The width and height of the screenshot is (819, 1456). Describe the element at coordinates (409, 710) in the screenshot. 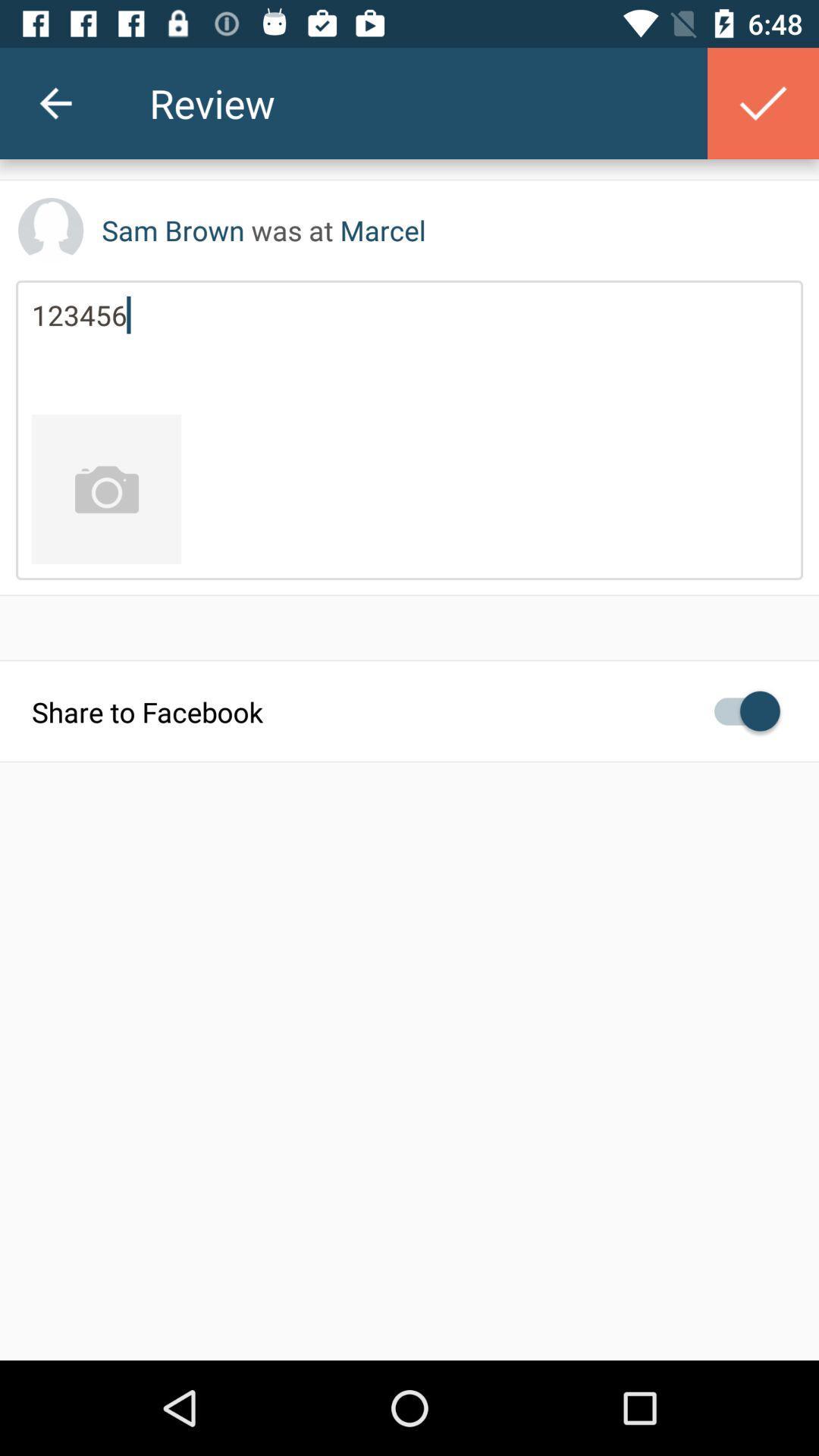

I see `share to facebook at the center` at that location.